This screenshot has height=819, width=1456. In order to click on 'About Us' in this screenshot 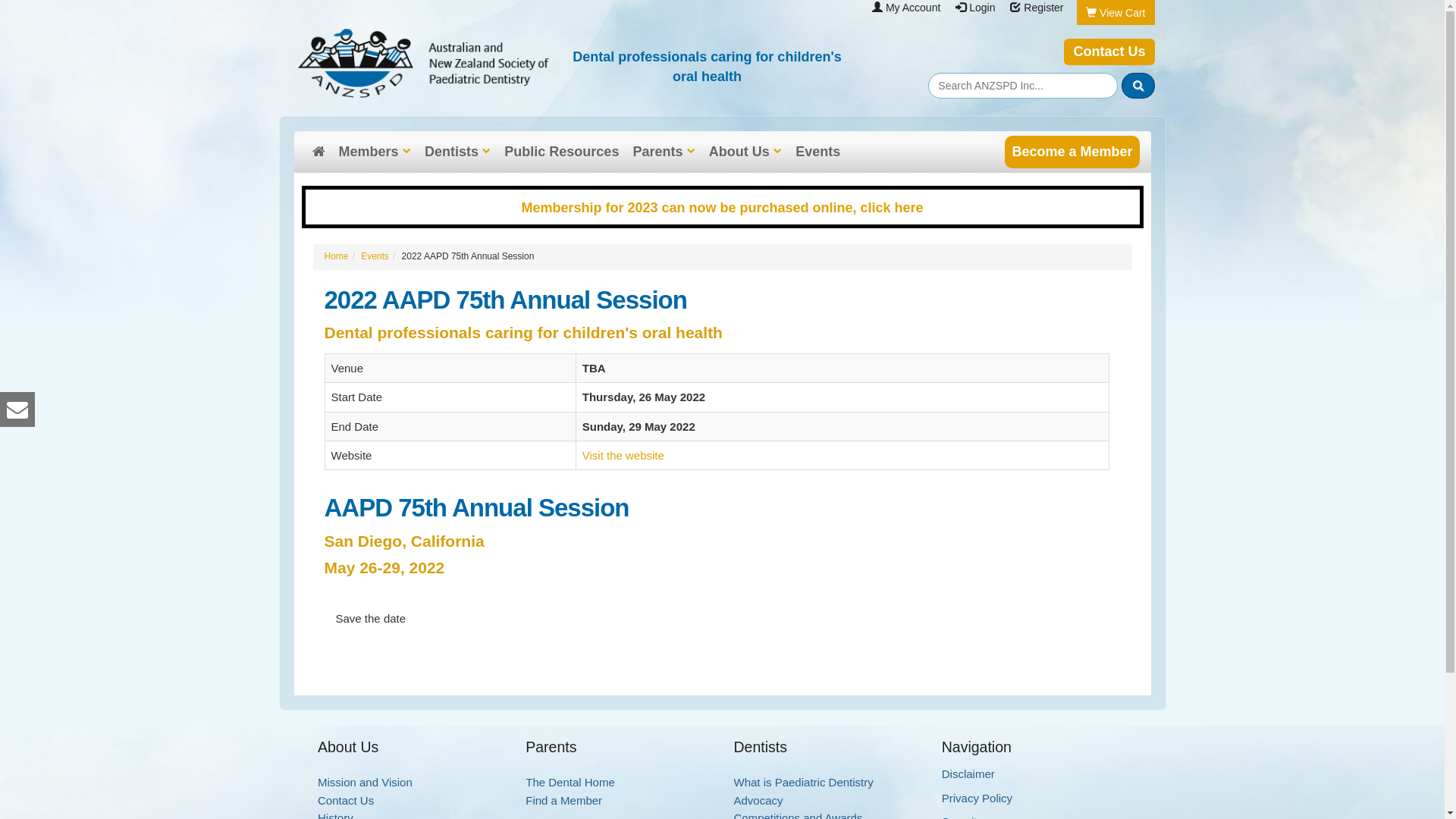, I will do `click(745, 152)`.